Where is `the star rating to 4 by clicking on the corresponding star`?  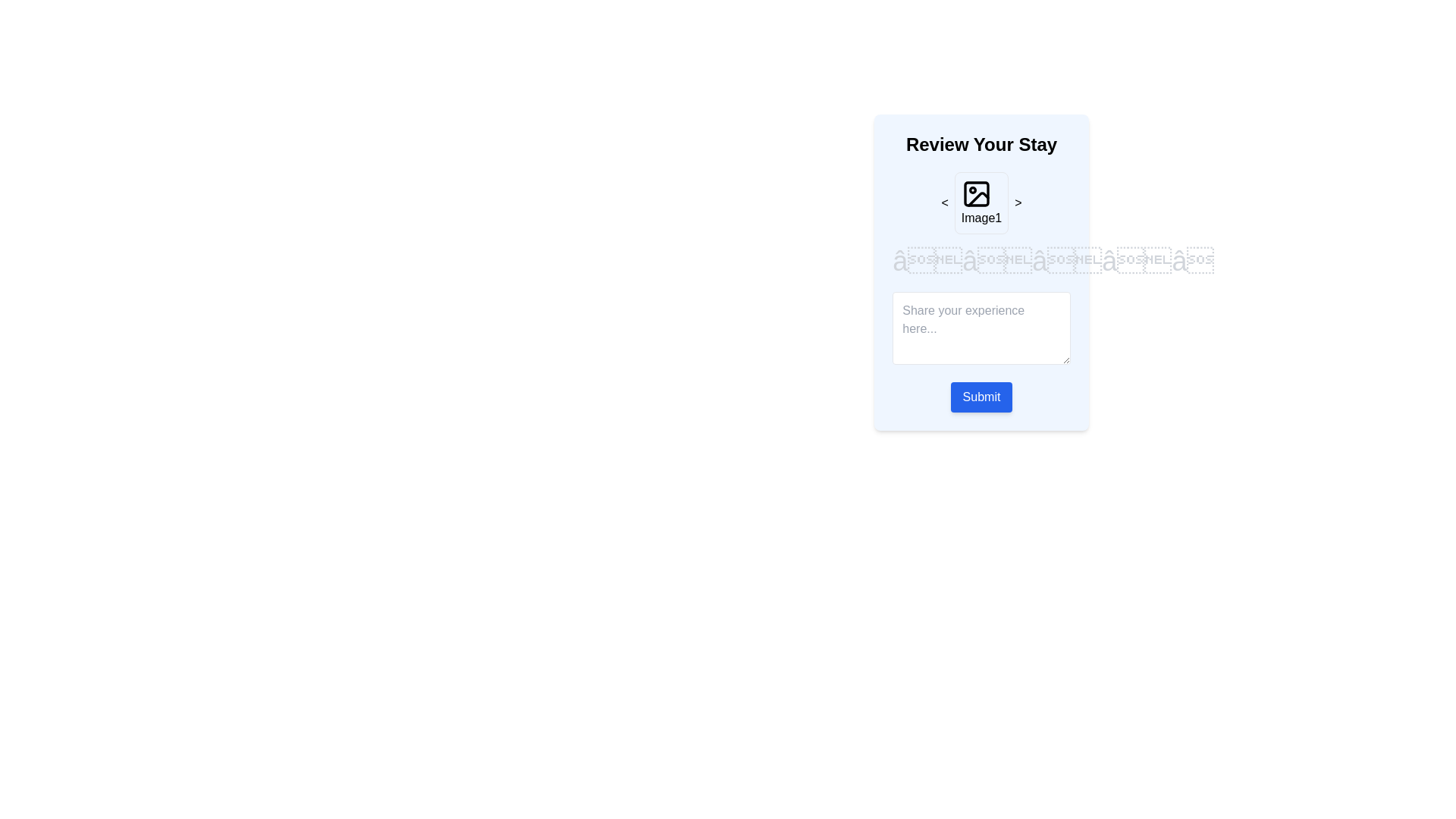 the star rating to 4 by clicking on the corresponding star is located at coordinates (1137, 260).